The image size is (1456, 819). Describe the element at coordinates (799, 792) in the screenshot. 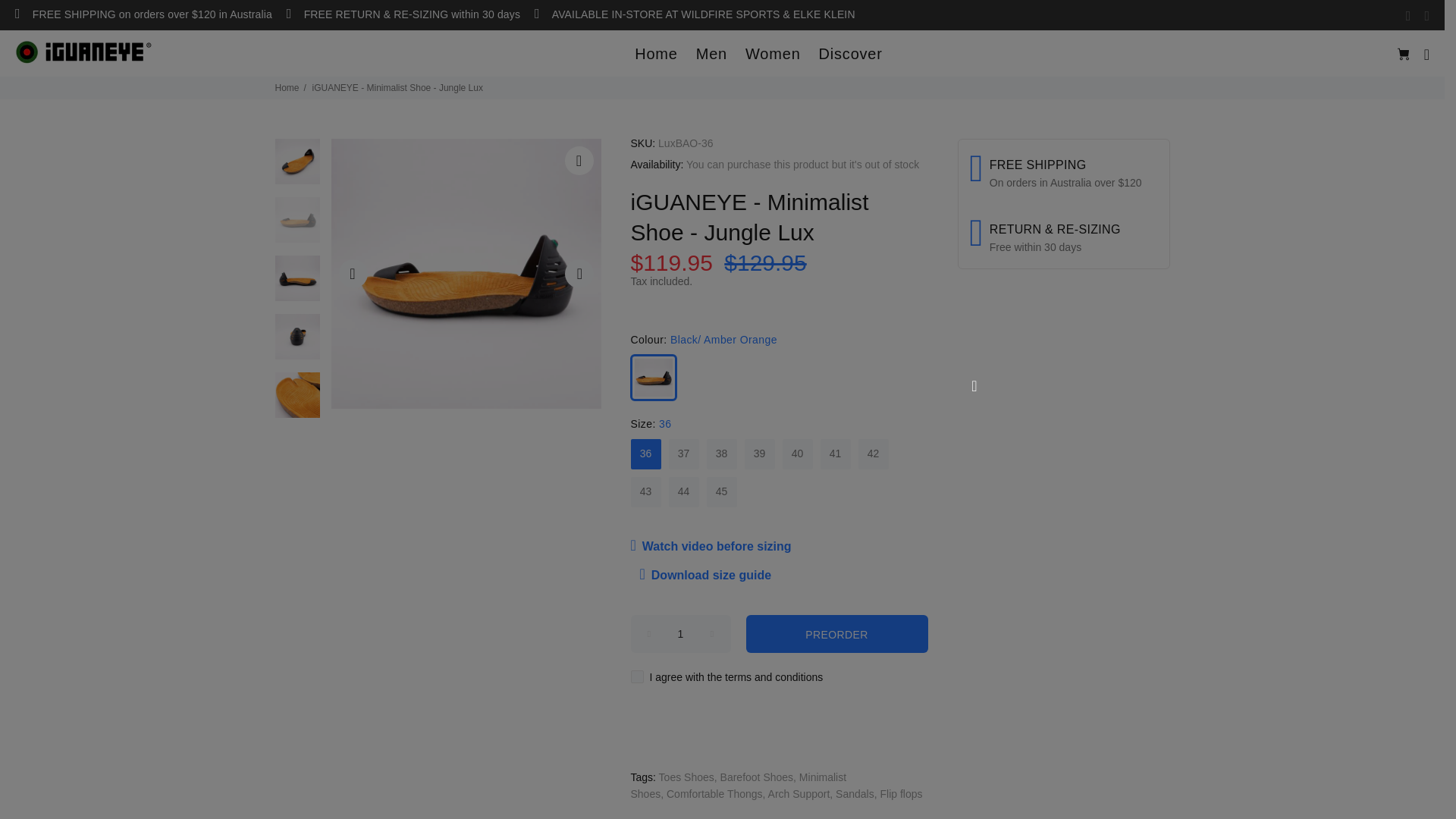

I see `'Arch Support'` at that location.